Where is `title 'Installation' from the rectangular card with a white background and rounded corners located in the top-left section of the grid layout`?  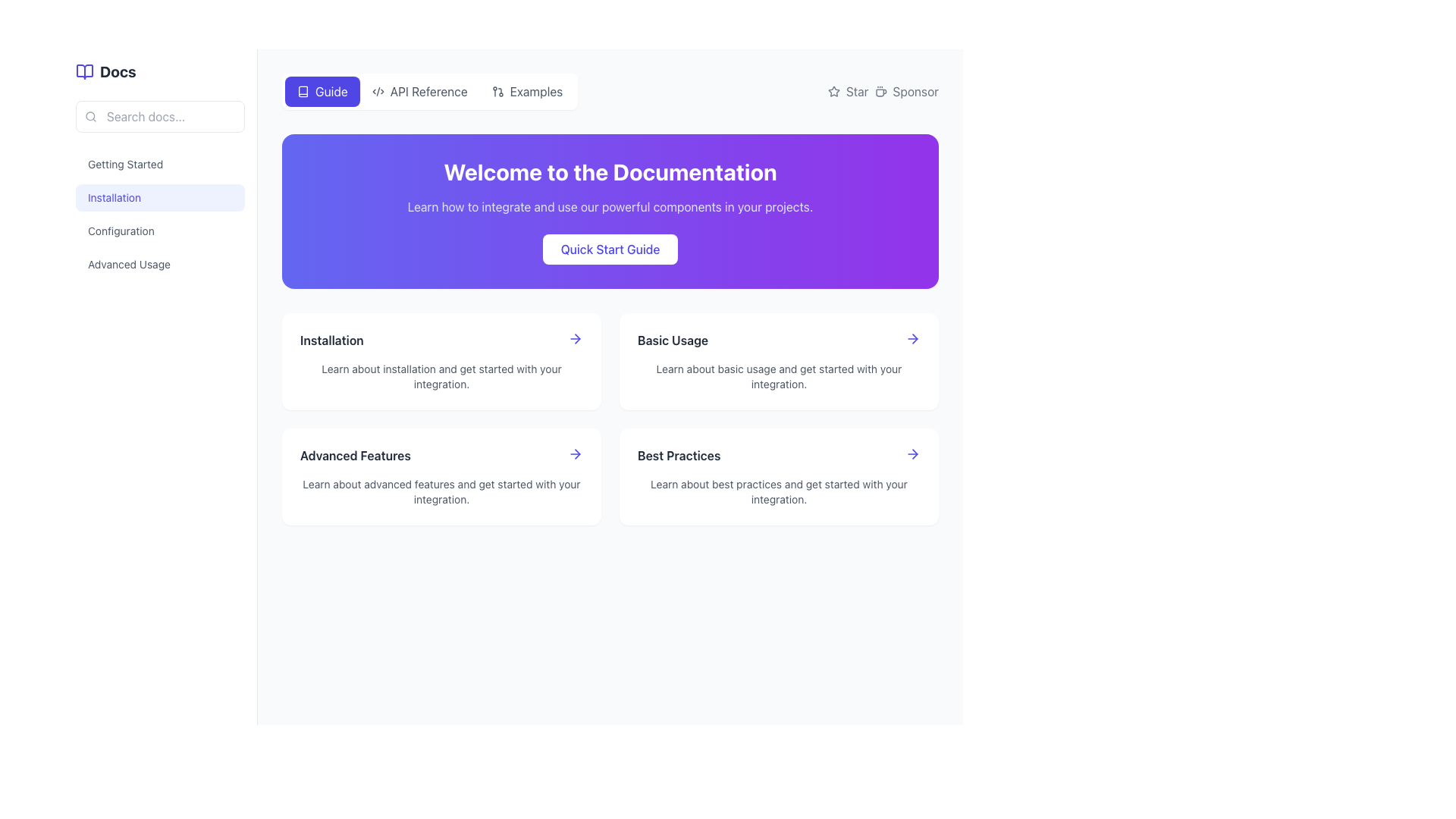
title 'Installation' from the rectangular card with a white background and rounded corners located in the top-left section of the grid layout is located at coordinates (441, 362).